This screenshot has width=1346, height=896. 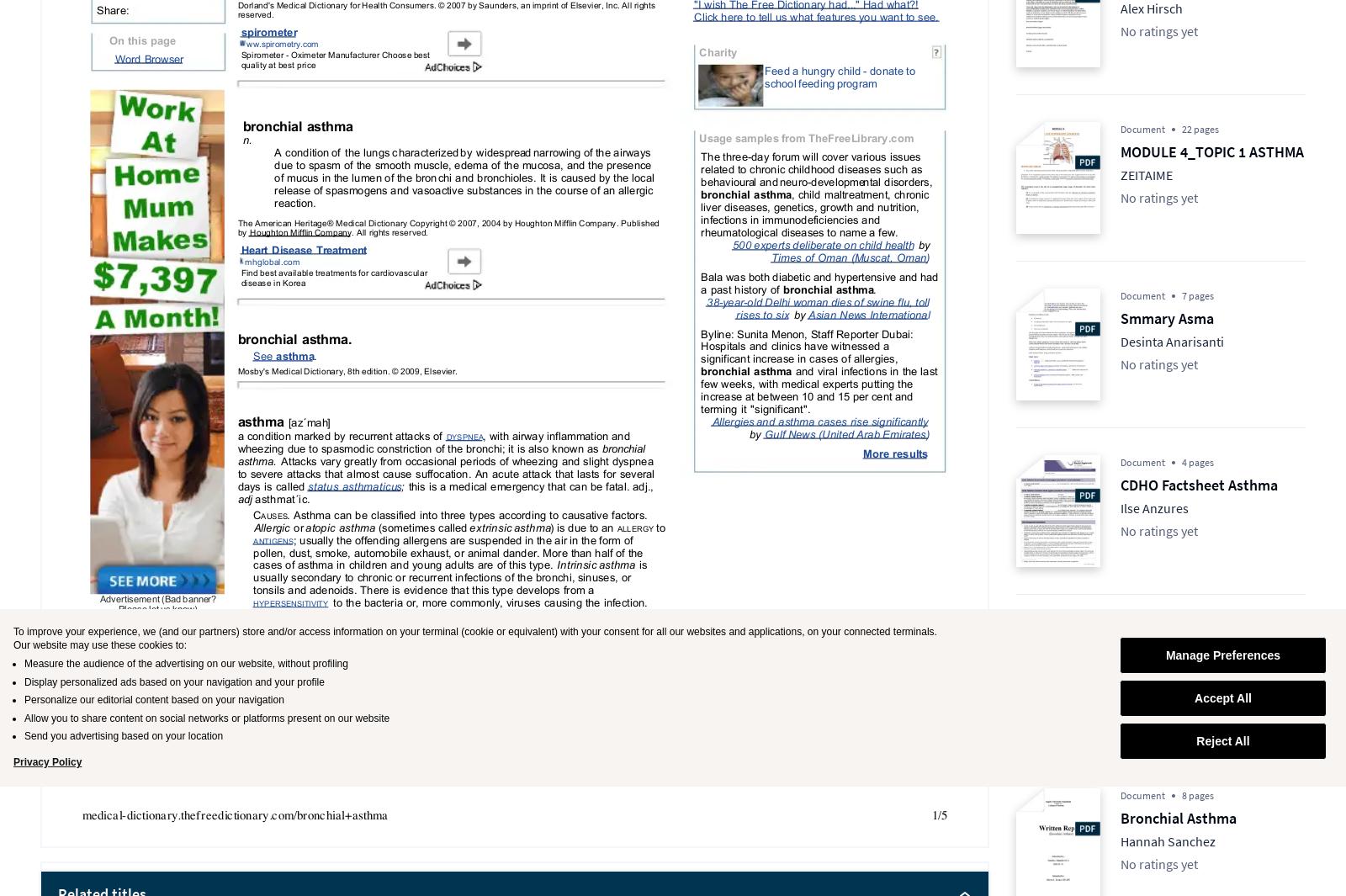 I want to click on '22 pages', so click(x=1181, y=128).